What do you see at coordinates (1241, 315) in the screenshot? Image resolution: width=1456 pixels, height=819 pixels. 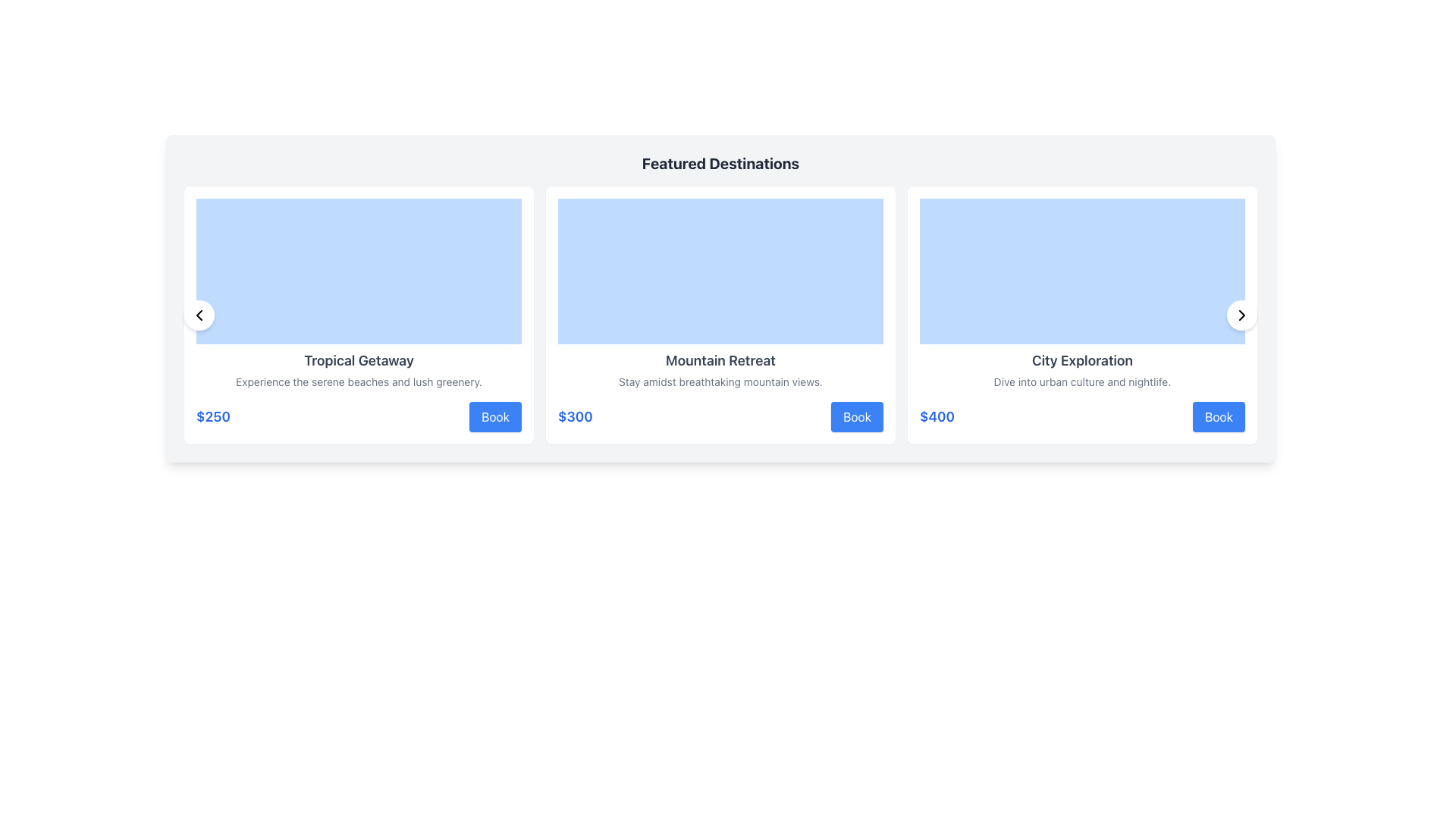 I see `the arrow symbol inside the circular navigation button located at the right edge of the 'City Exploration' card, which is the third card from the left in the row of cards under 'Featured Destinations'` at bounding box center [1241, 315].